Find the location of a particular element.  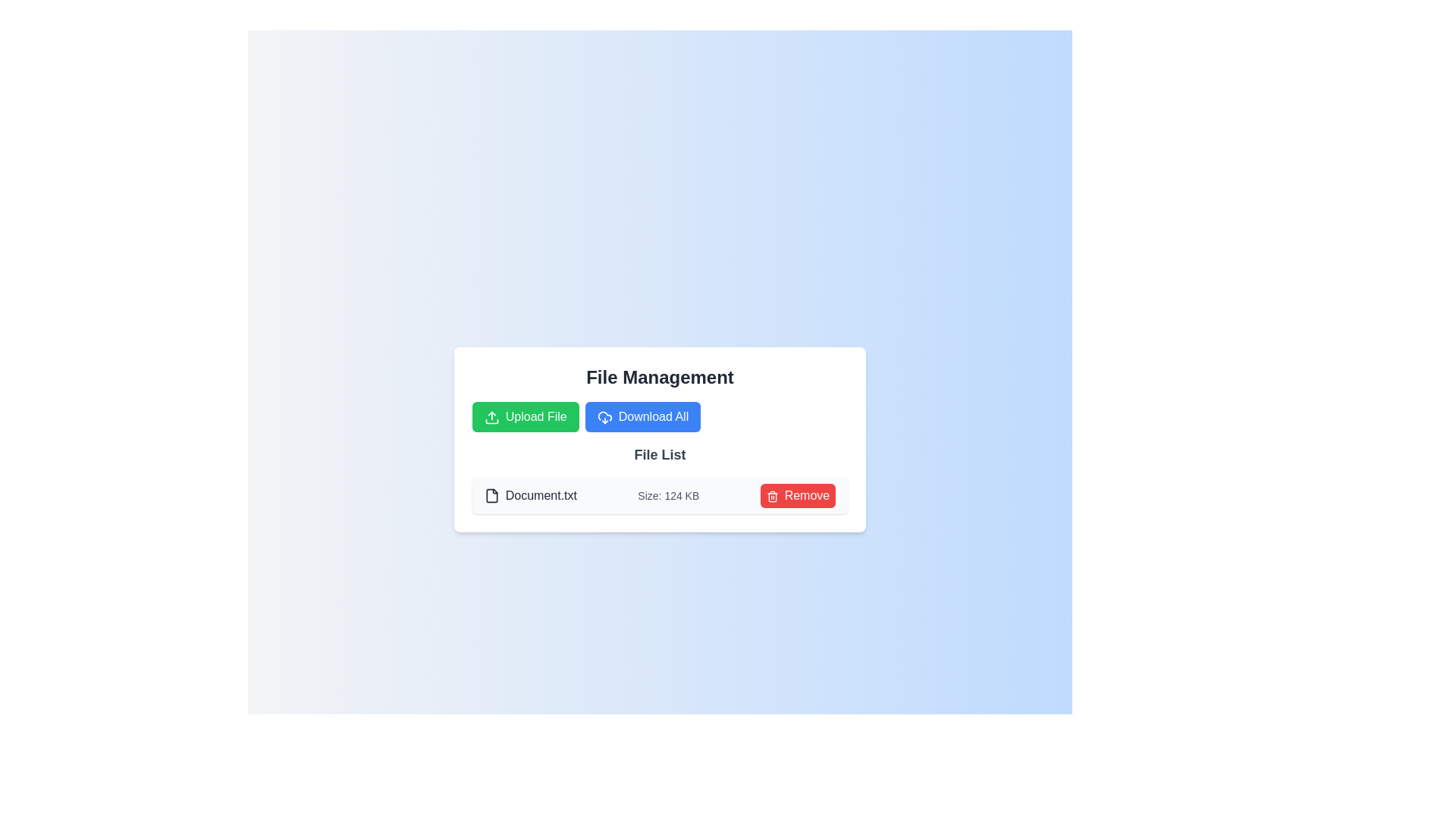

the SVG icon representing download functionality, which is located to the left of the 'Download All' text is located at coordinates (604, 417).